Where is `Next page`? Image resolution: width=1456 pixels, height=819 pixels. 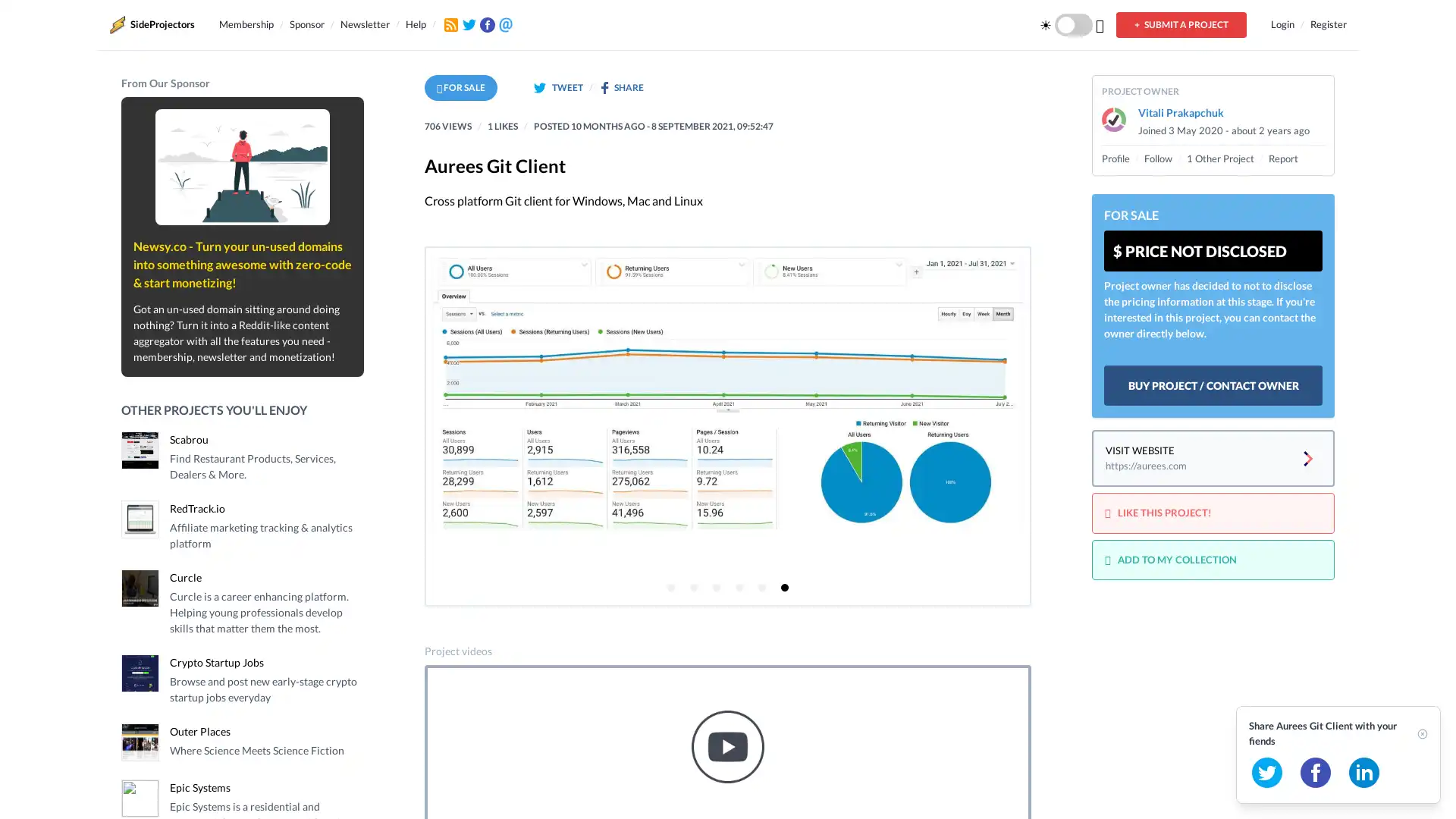 Next page is located at coordinates (1030, 426).